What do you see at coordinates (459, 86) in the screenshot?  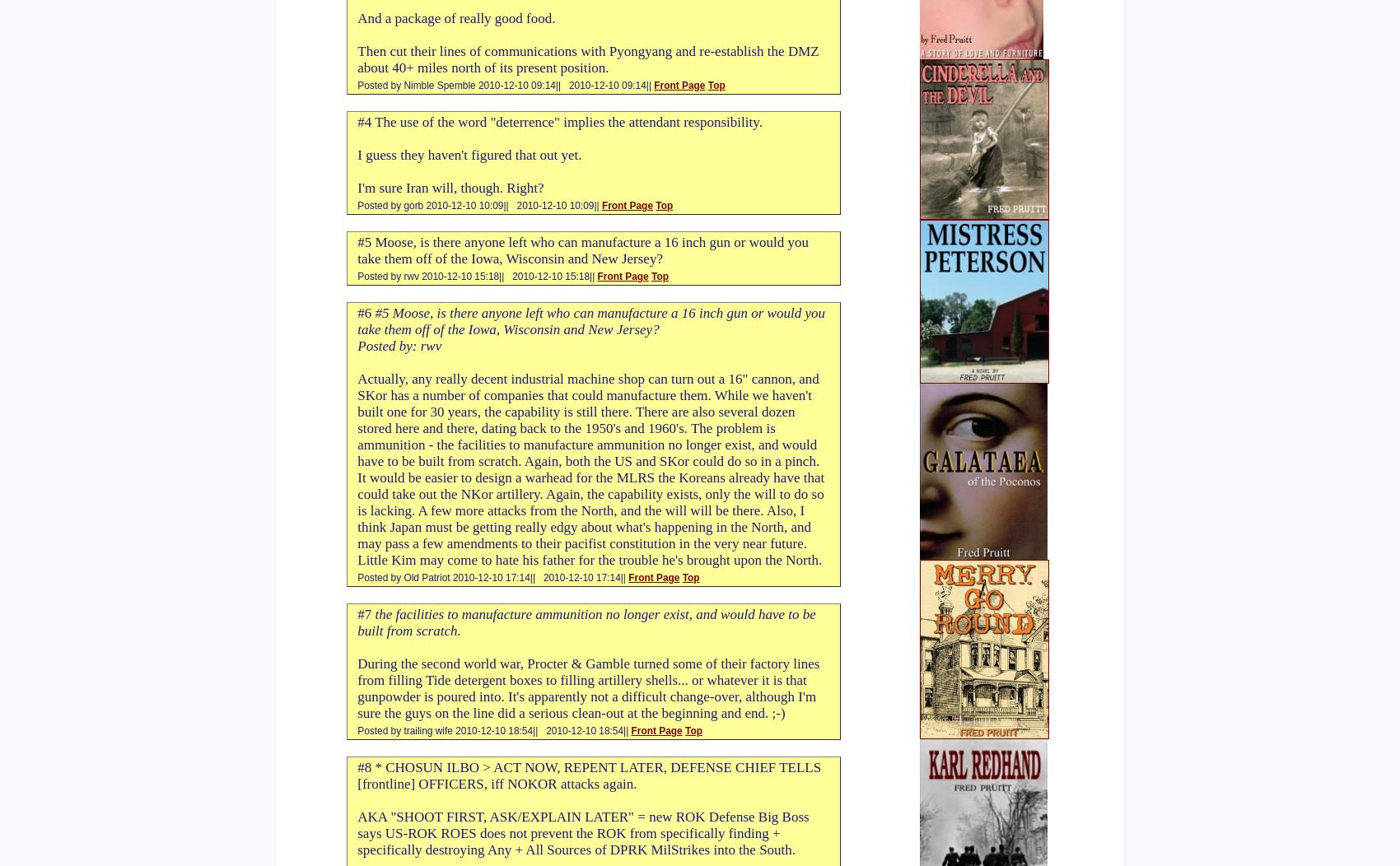 I see `'Posted by Nimble Spemble 2010-12-10 09:14||'` at bounding box center [459, 86].